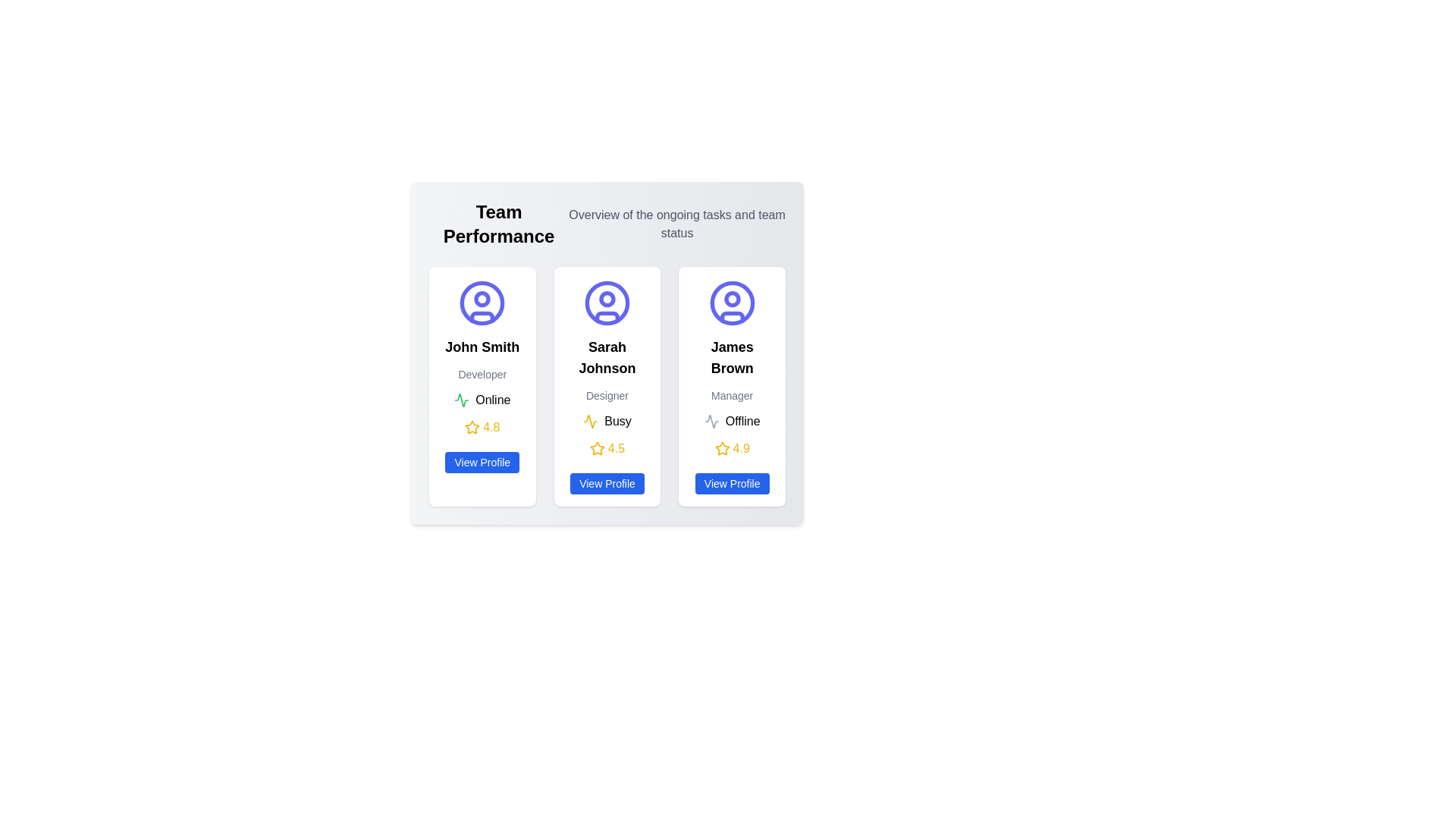 The height and width of the screenshot is (819, 1456). I want to click on the yellow waveform icon that represents the status 'Busy' in the second profile card under 'Sarah Johnson', so click(590, 421).